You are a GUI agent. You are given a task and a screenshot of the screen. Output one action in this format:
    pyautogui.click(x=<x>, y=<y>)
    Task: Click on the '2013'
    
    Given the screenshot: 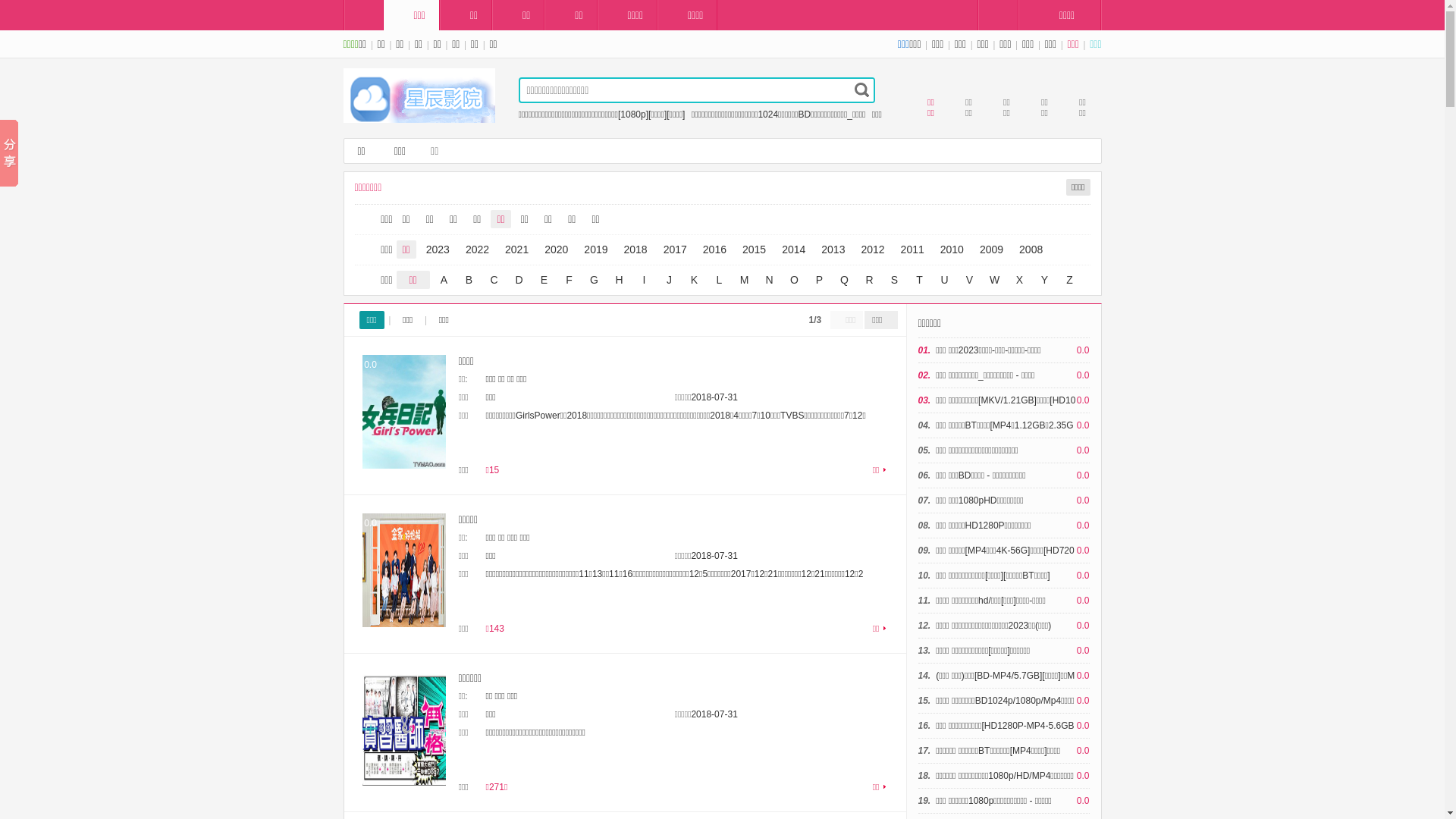 What is the action you would take?
    pyautogui.click(x=832, y=248)
    